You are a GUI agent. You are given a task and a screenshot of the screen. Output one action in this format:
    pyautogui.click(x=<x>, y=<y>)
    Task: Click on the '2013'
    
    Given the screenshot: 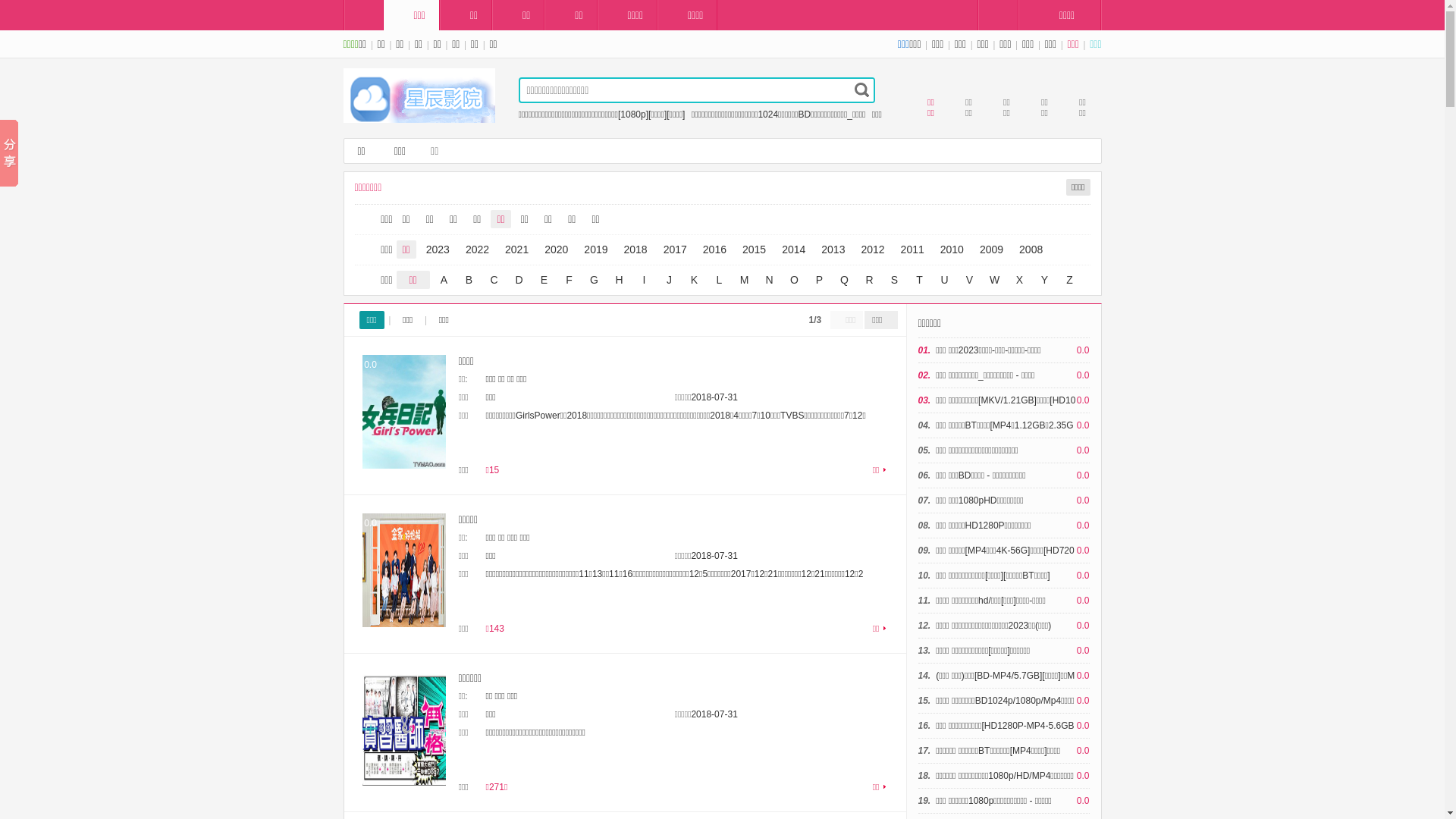 What is the action you would take?
    pyautogui.click(x=832, y=248)
    